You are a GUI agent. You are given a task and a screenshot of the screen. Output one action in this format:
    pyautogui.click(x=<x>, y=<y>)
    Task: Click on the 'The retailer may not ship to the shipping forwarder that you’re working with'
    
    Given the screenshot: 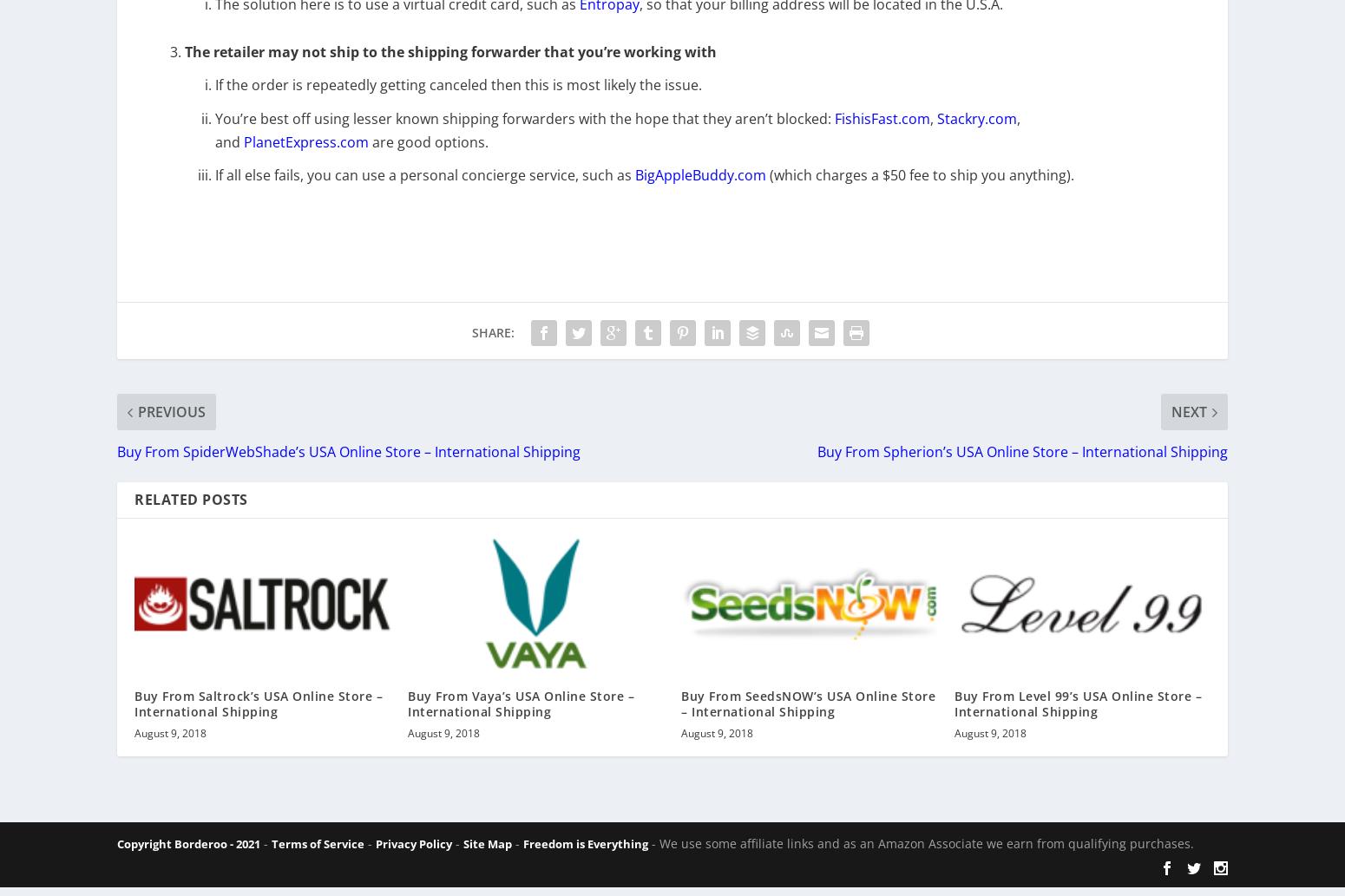 What is the action you would take?
    pyautogui.click(x=449, y=63)
    